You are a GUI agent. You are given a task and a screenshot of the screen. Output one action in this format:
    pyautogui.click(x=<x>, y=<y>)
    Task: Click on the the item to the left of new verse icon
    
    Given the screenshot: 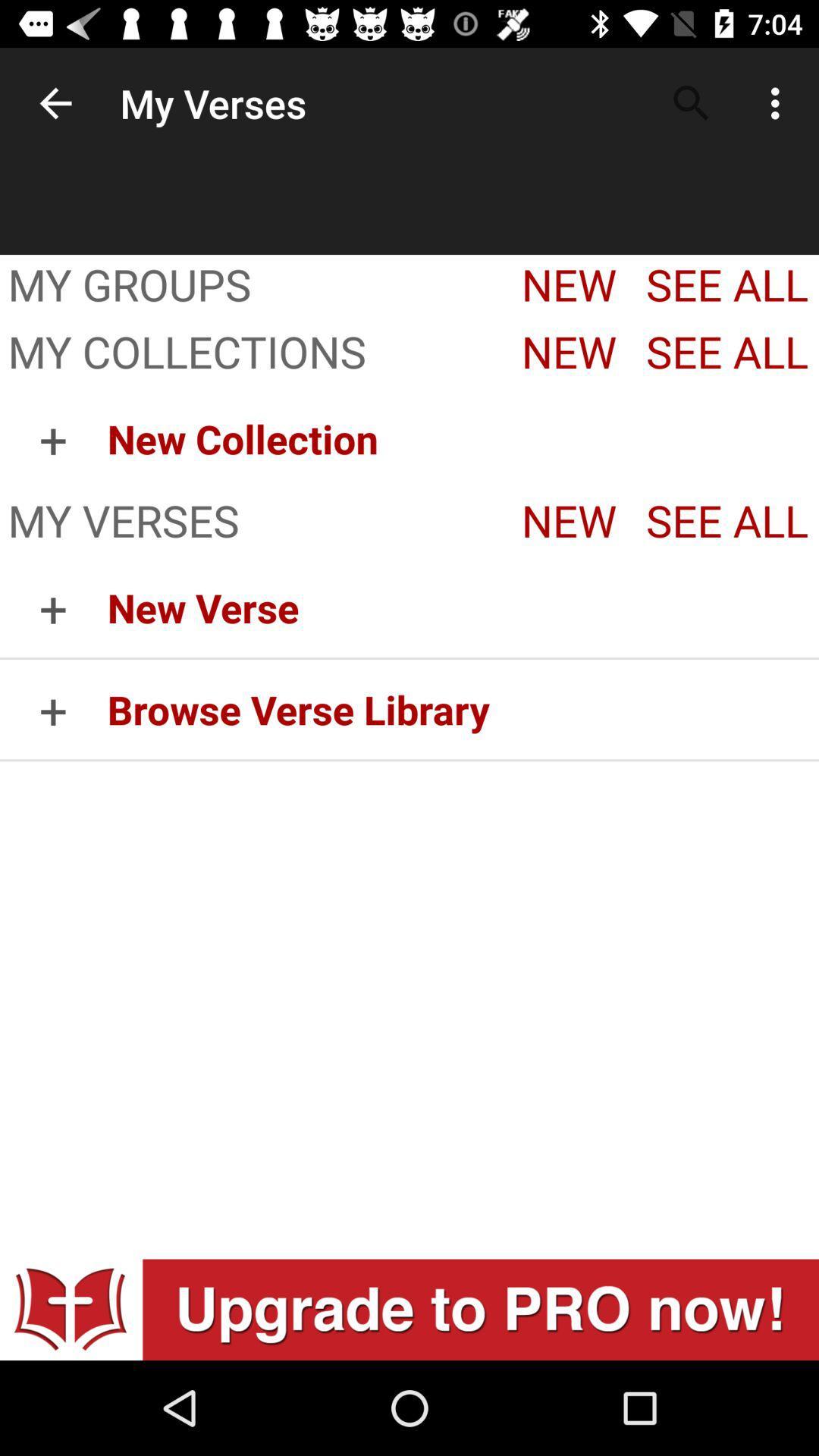 What is the action you would take?
    pyautogui.click(x=52, y=708)
    